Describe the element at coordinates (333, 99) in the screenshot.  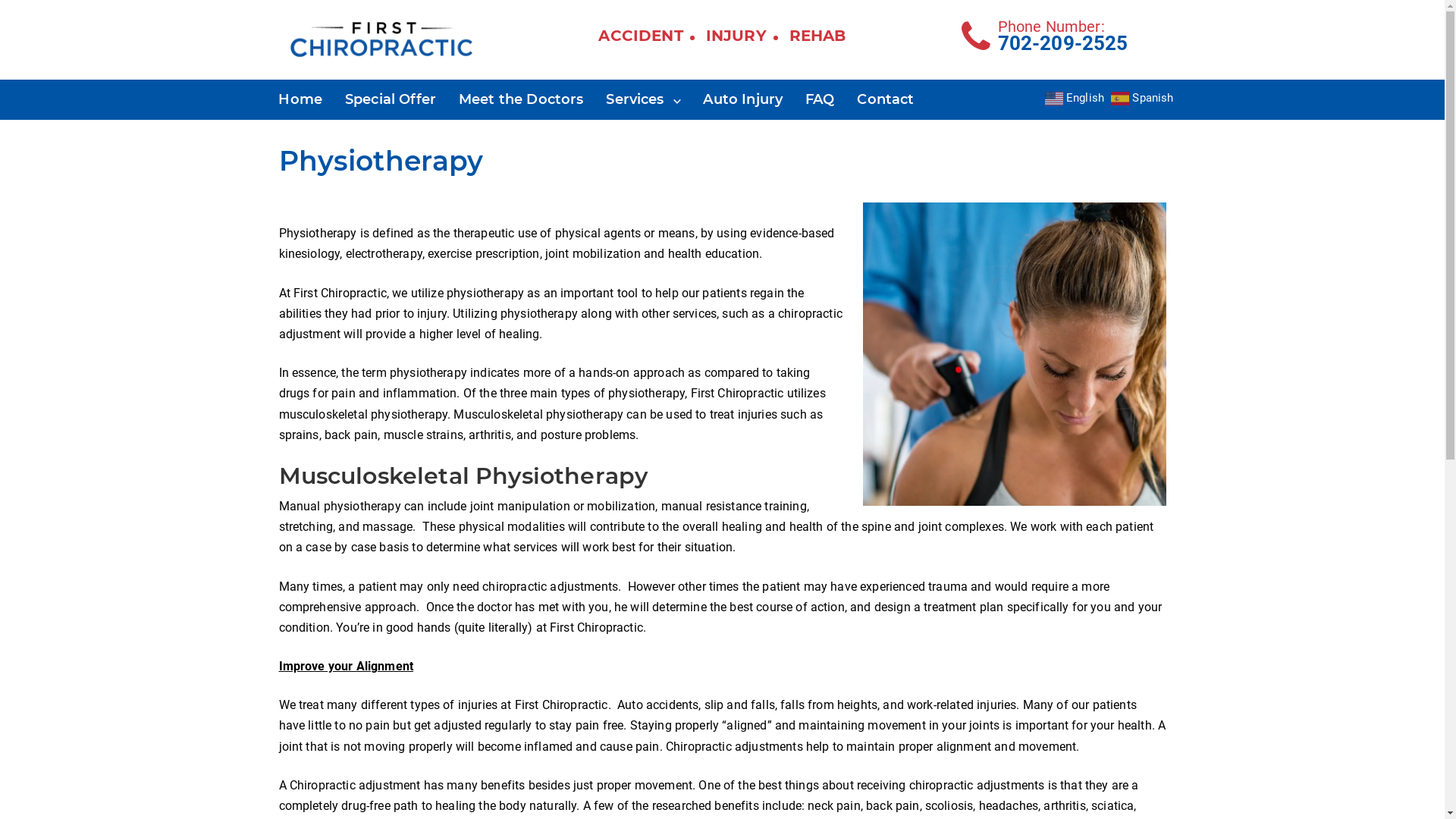
I see `'Special Offer'` at that location.